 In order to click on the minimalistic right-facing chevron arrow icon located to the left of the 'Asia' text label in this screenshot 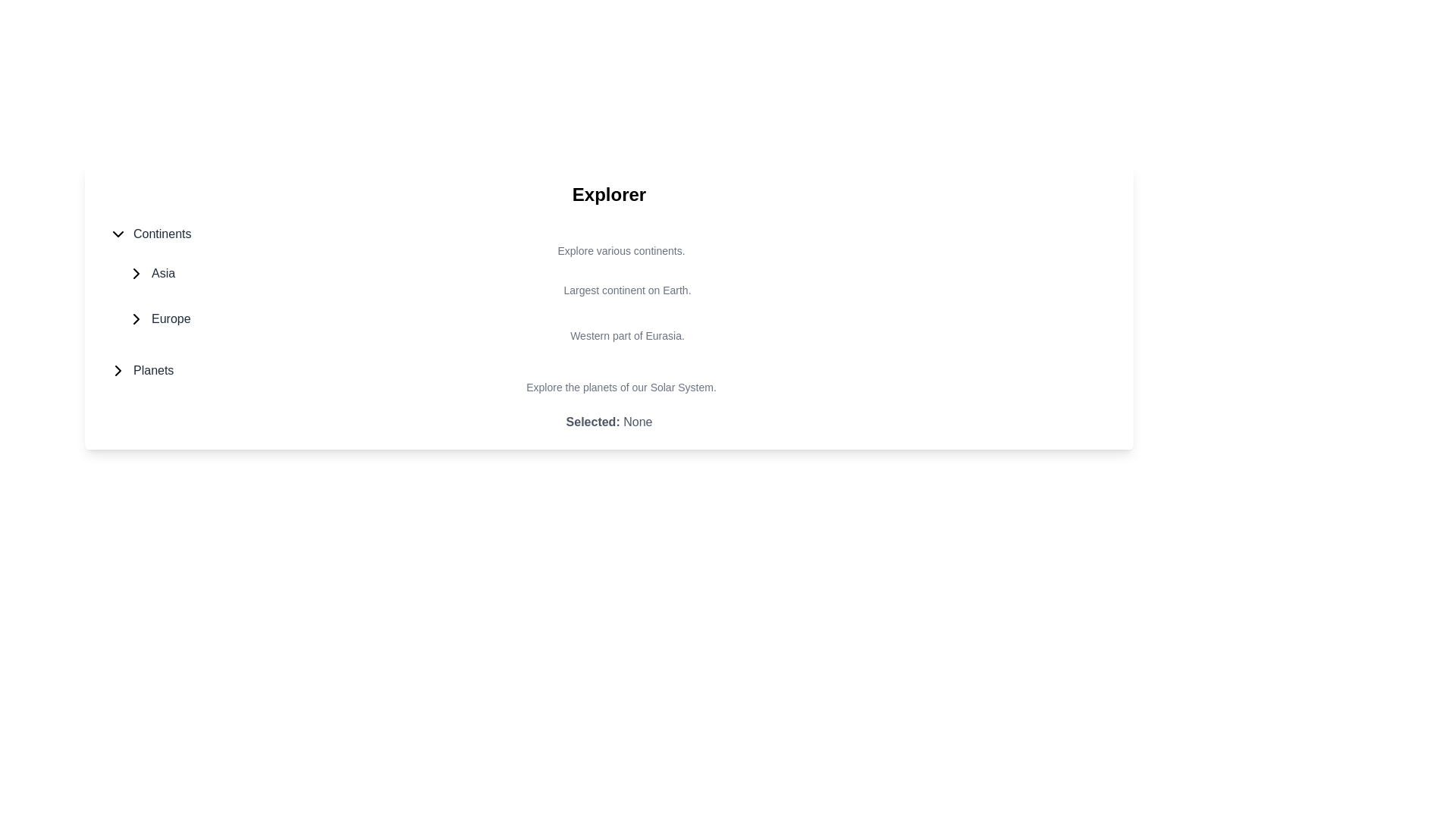, I will do `click(136, 274)`.